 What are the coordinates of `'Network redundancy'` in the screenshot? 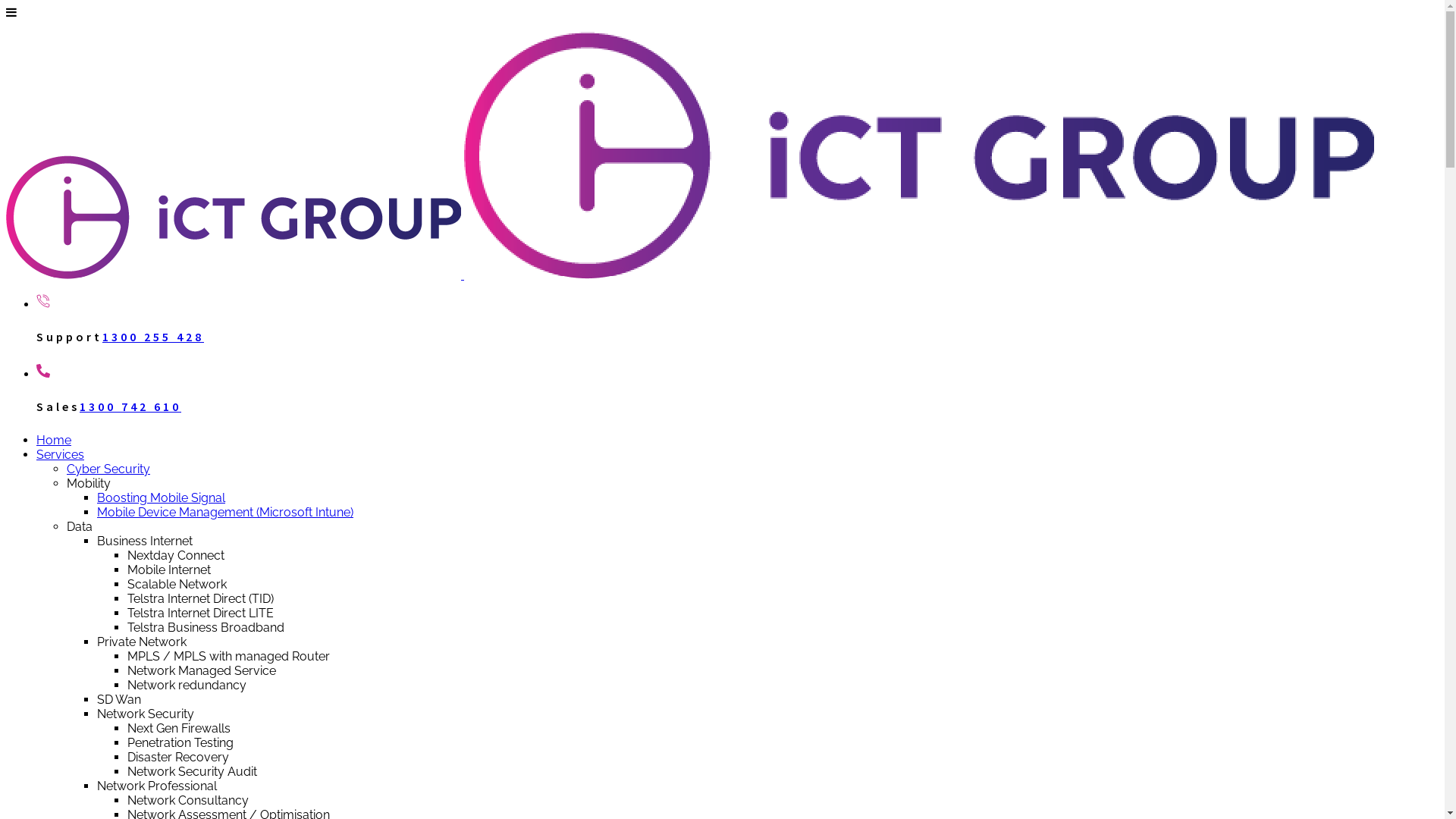 It's located at (186, 685).